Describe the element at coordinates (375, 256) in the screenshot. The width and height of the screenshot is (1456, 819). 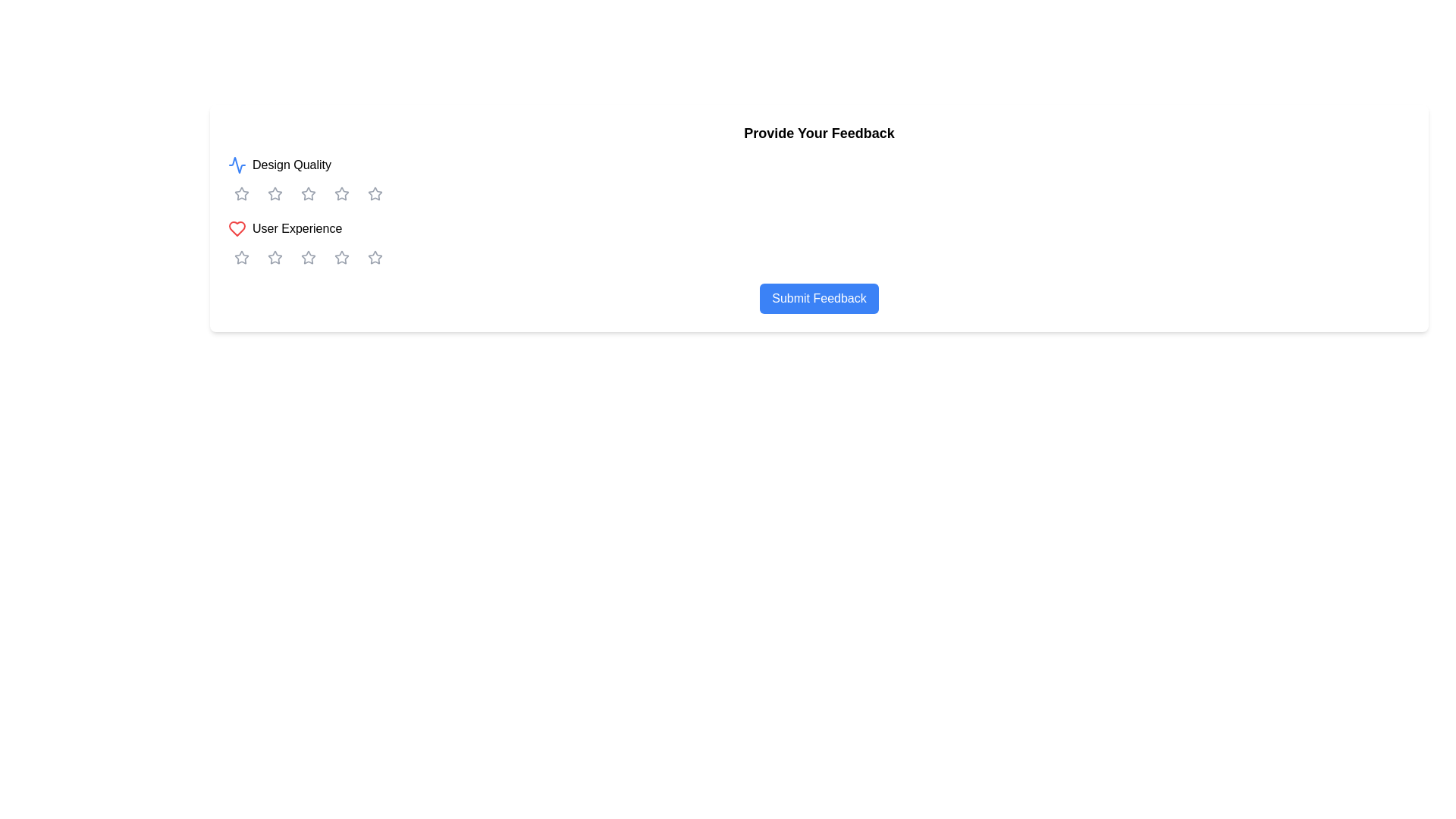
I see `the fifth star icon` at that location.